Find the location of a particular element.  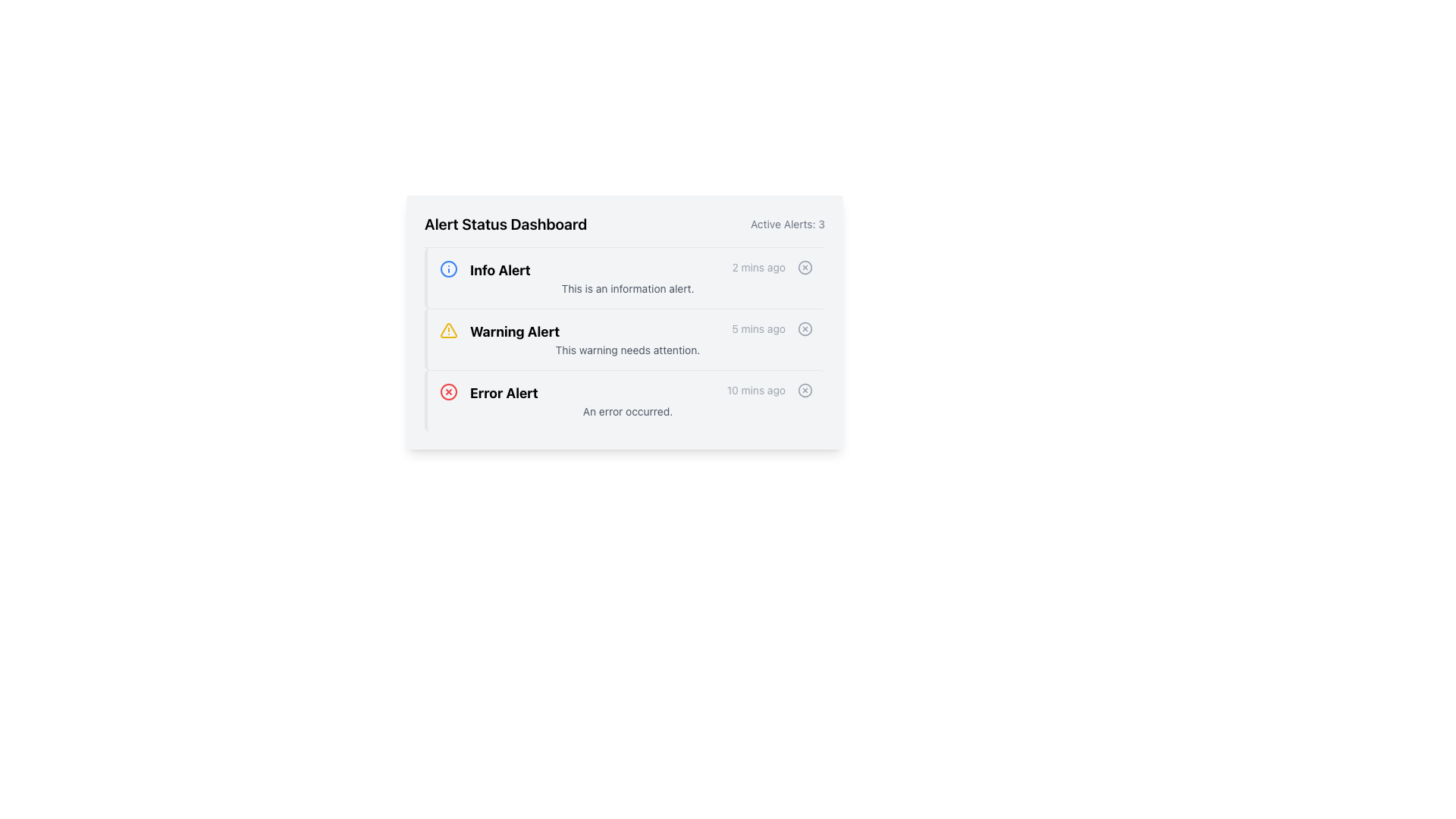

text-based informational display that conveys key details about the alert type and its occurrence time, positioned horizontally next to the sibling element 'This is an information alert' is located at coordinates (628, 270).